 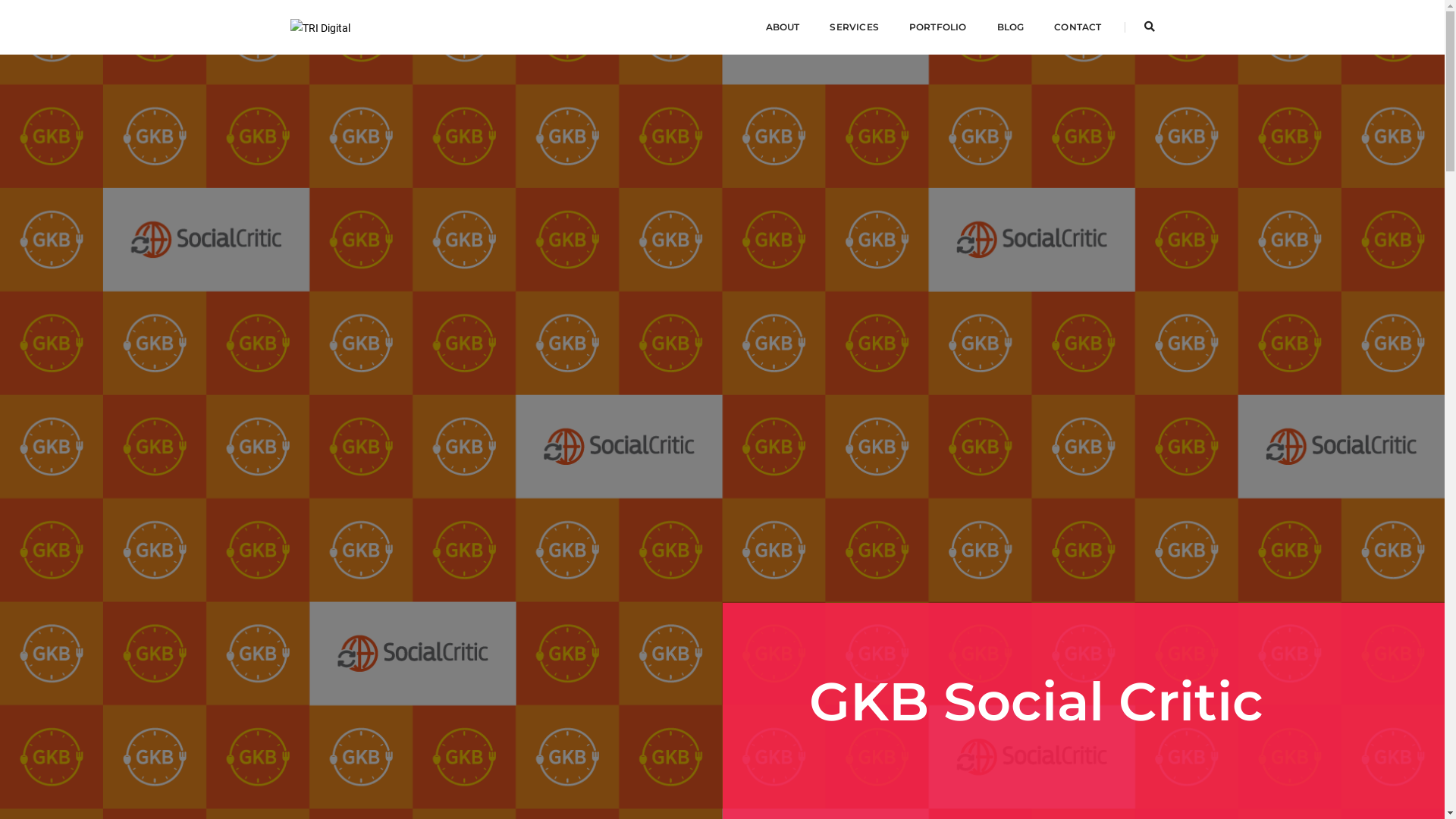 I want to click on 'CONTACT', so click(x=1076, y=27).